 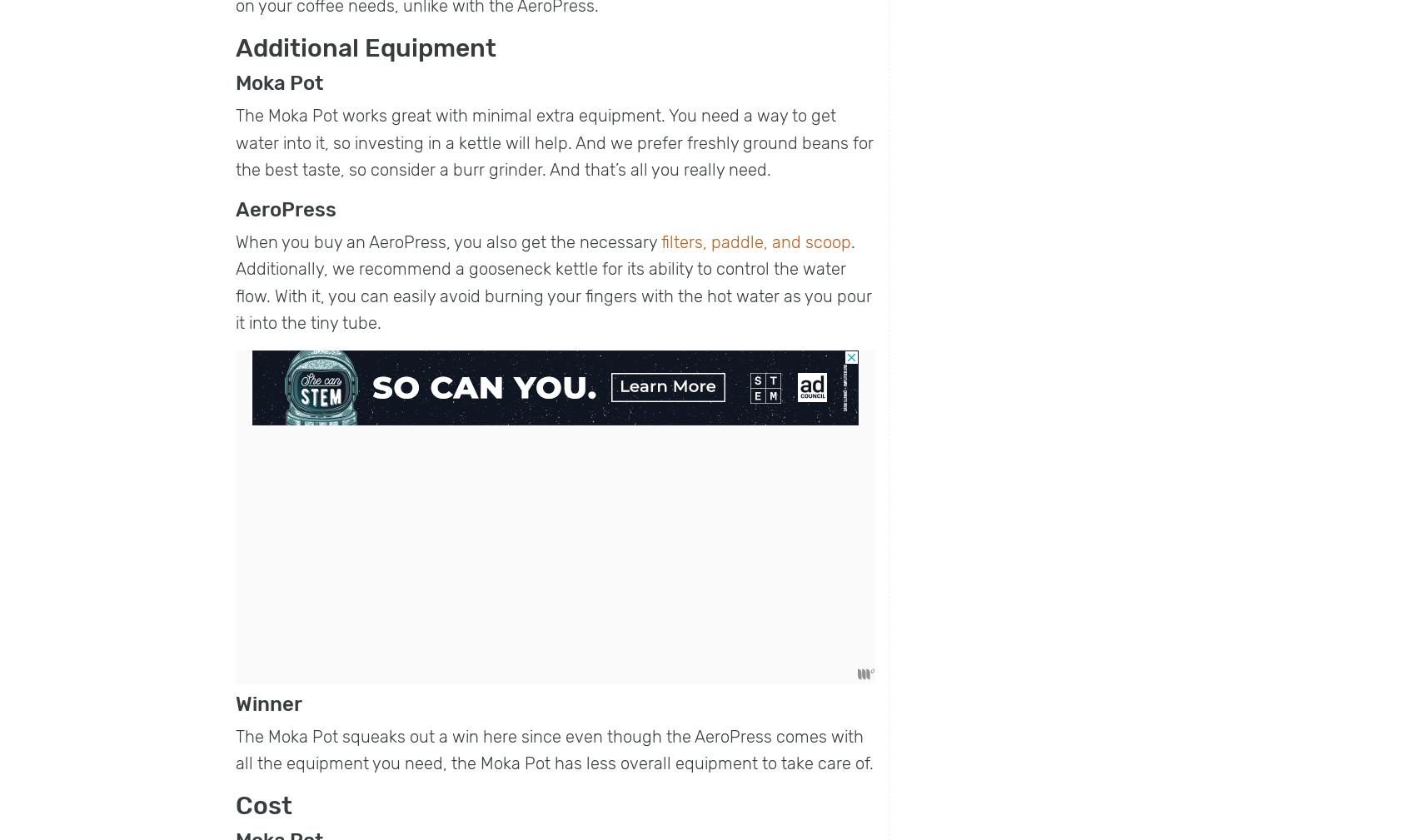 What do you see at coordinates (755, 240) in the screenshot?
I see `'filters, paddle, and scoop'` at bounding box center [755, 240].